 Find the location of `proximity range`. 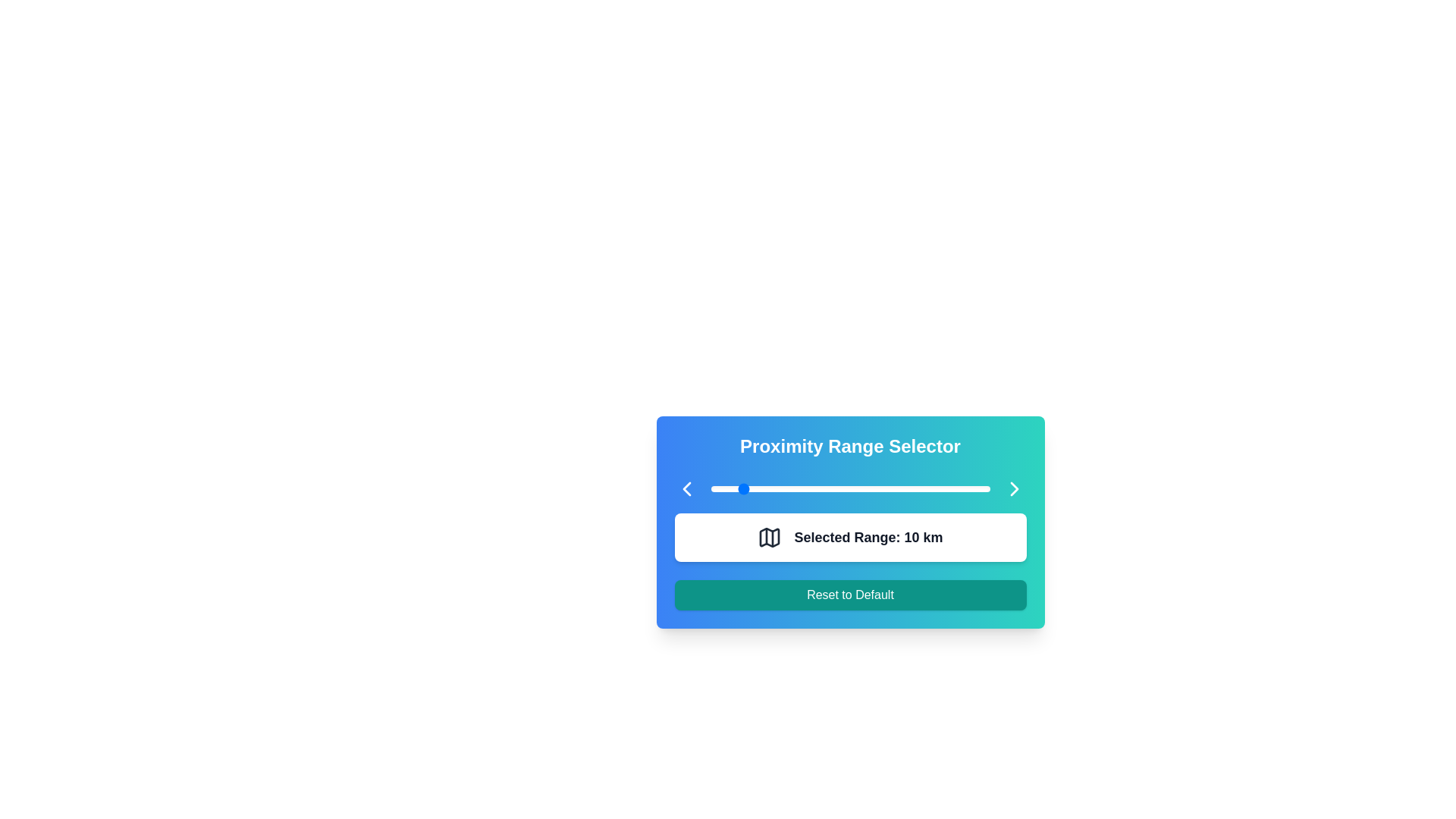

proximity range is located at coordinates (830, 488).